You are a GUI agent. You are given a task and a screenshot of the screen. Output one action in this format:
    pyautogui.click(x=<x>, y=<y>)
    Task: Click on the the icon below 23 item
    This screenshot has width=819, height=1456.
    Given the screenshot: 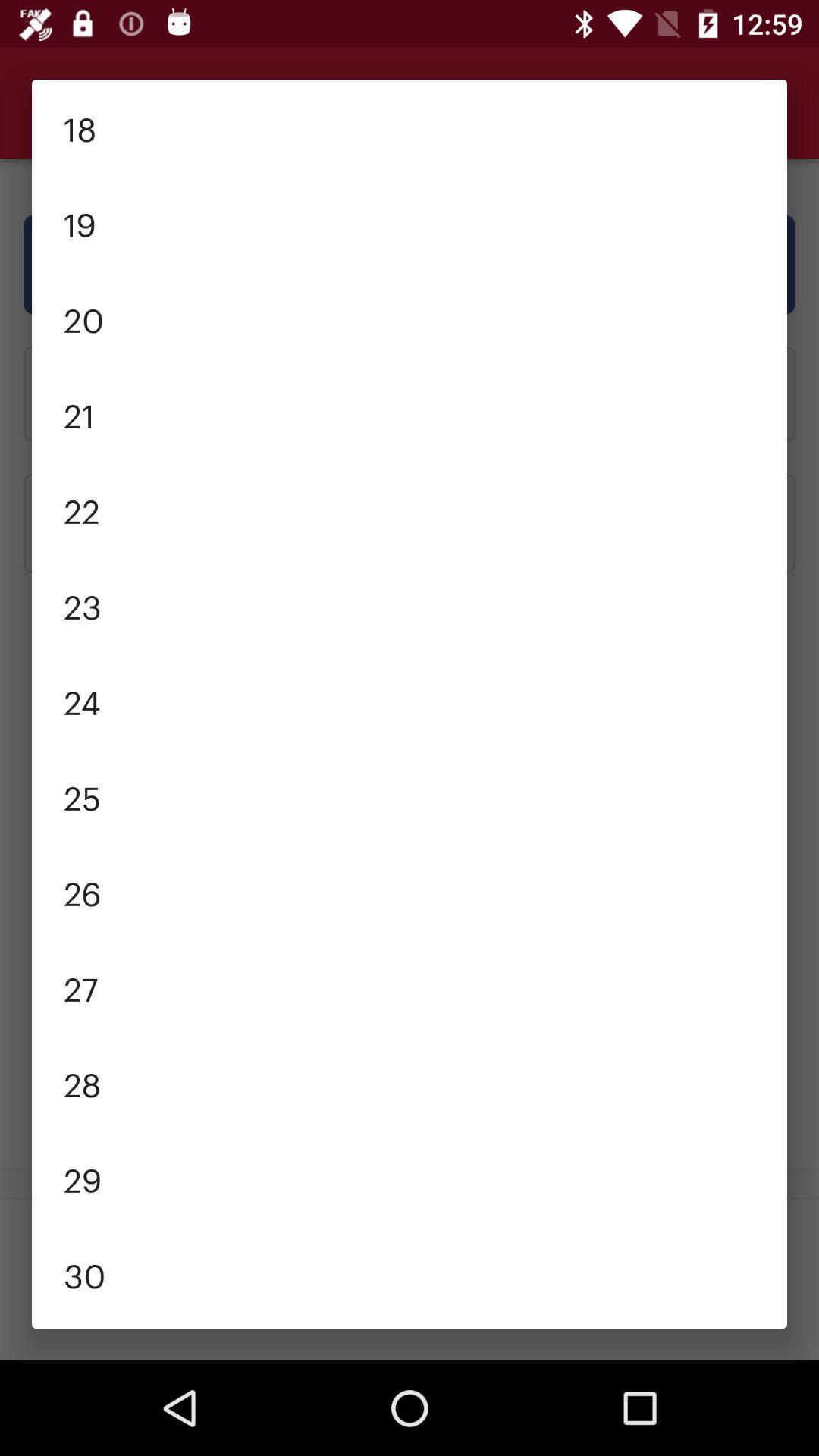 What is the action you would take?
    pyautogui.click(x=409, y=700)
    